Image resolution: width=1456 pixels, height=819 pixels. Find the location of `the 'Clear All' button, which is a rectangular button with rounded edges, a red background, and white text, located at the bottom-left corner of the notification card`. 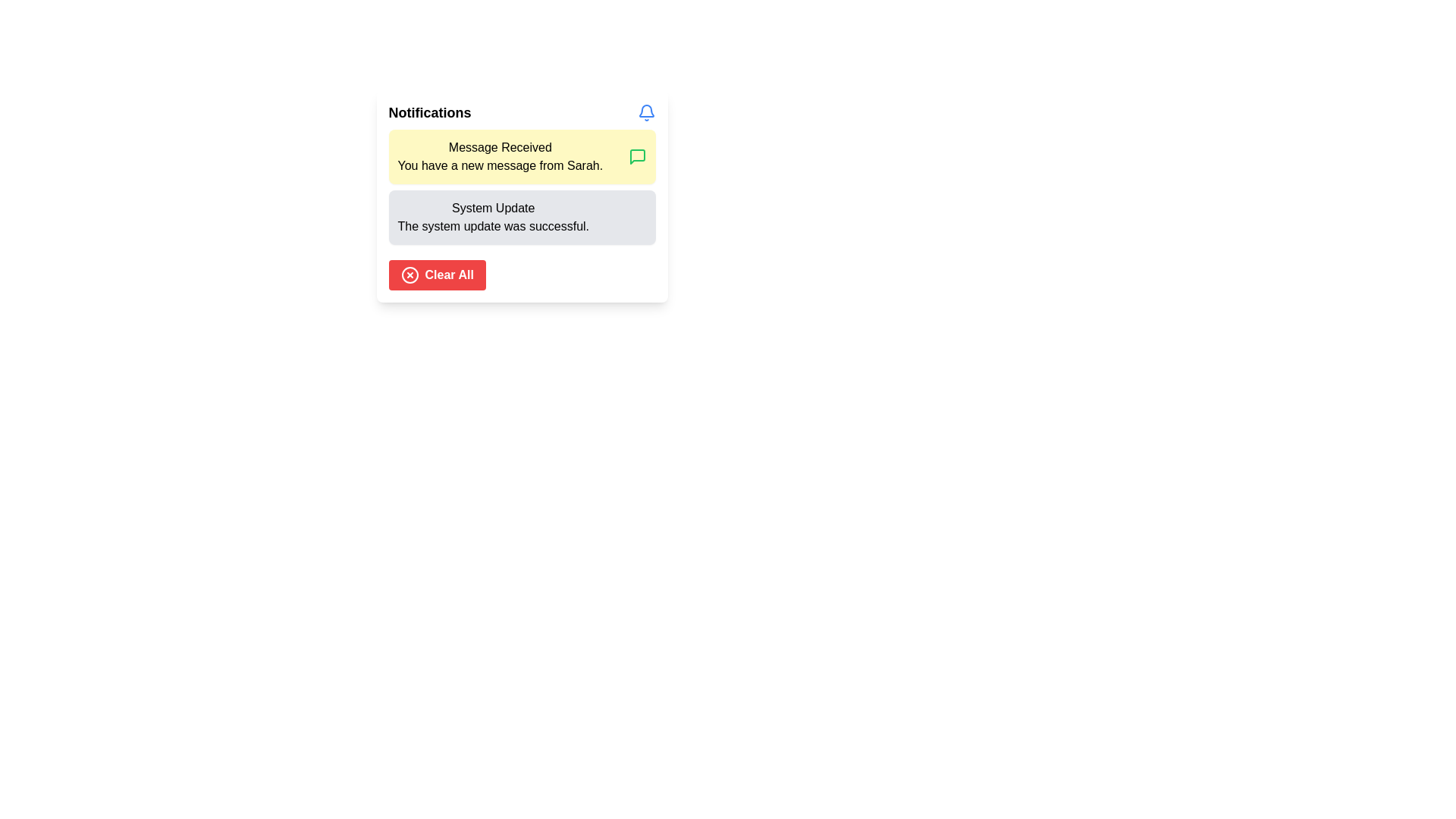

the 'Clear All' button, which is a rectangular button with rounded edges, a red background, and white text, located at the bottom-left corner of the notification card is located at coordinates (436, 275).